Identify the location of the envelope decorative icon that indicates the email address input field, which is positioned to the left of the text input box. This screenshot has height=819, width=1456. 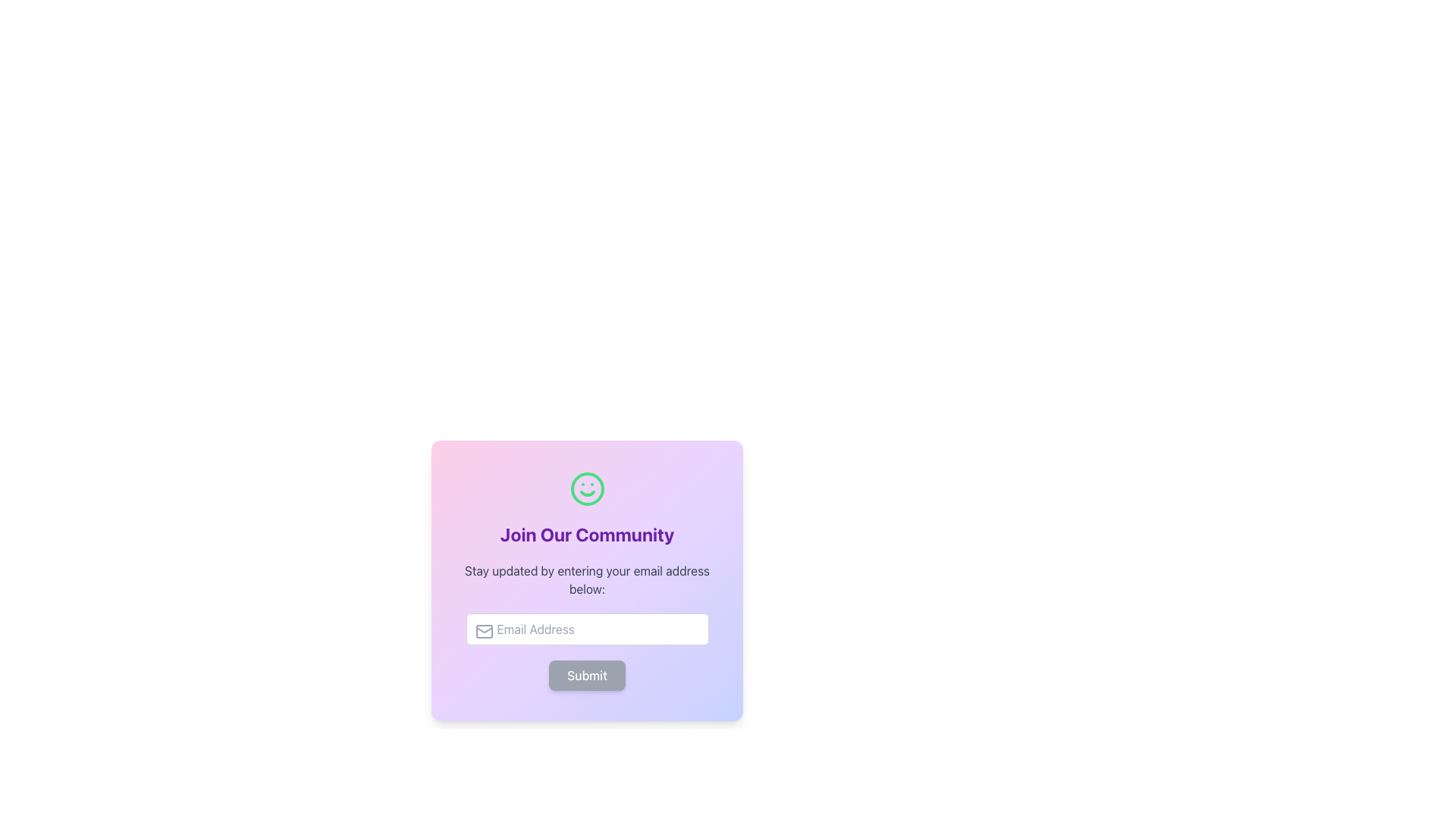
(483, 632).